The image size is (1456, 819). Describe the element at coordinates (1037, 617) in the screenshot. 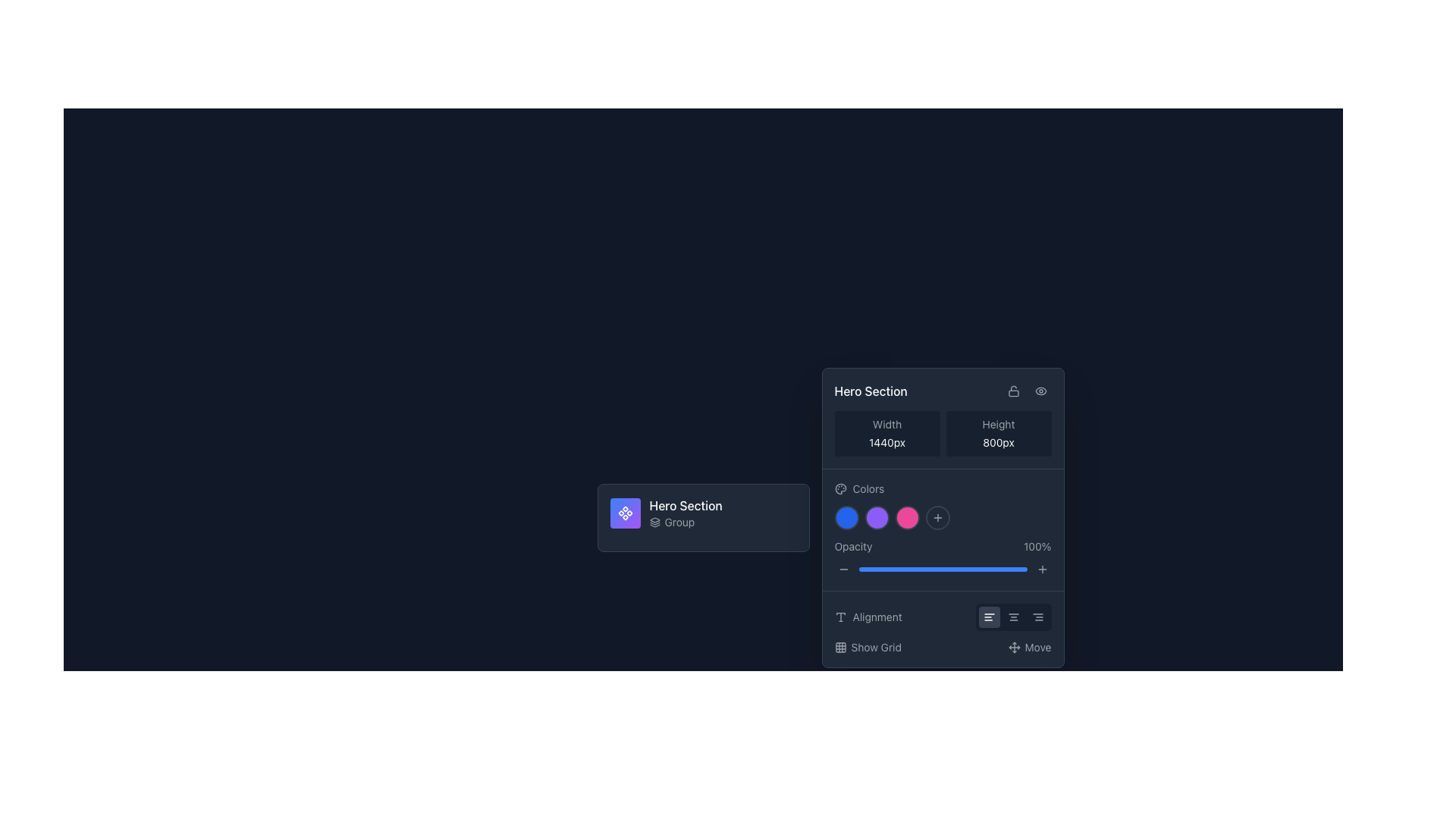

I see `the alignment button with an embedded icon located` at that location.